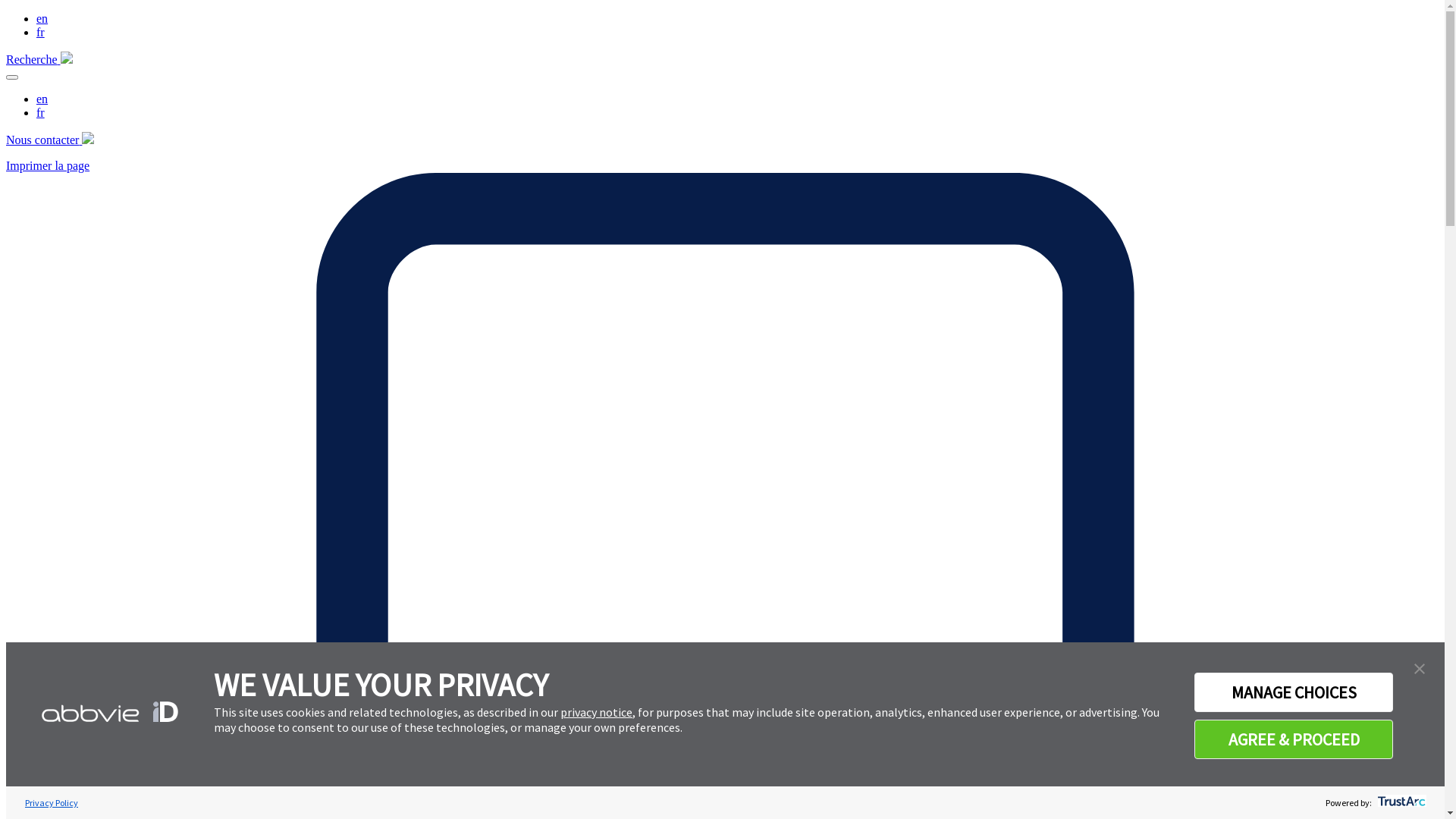  I want to click on 'Aller au contenu principal', so click(6, 12).